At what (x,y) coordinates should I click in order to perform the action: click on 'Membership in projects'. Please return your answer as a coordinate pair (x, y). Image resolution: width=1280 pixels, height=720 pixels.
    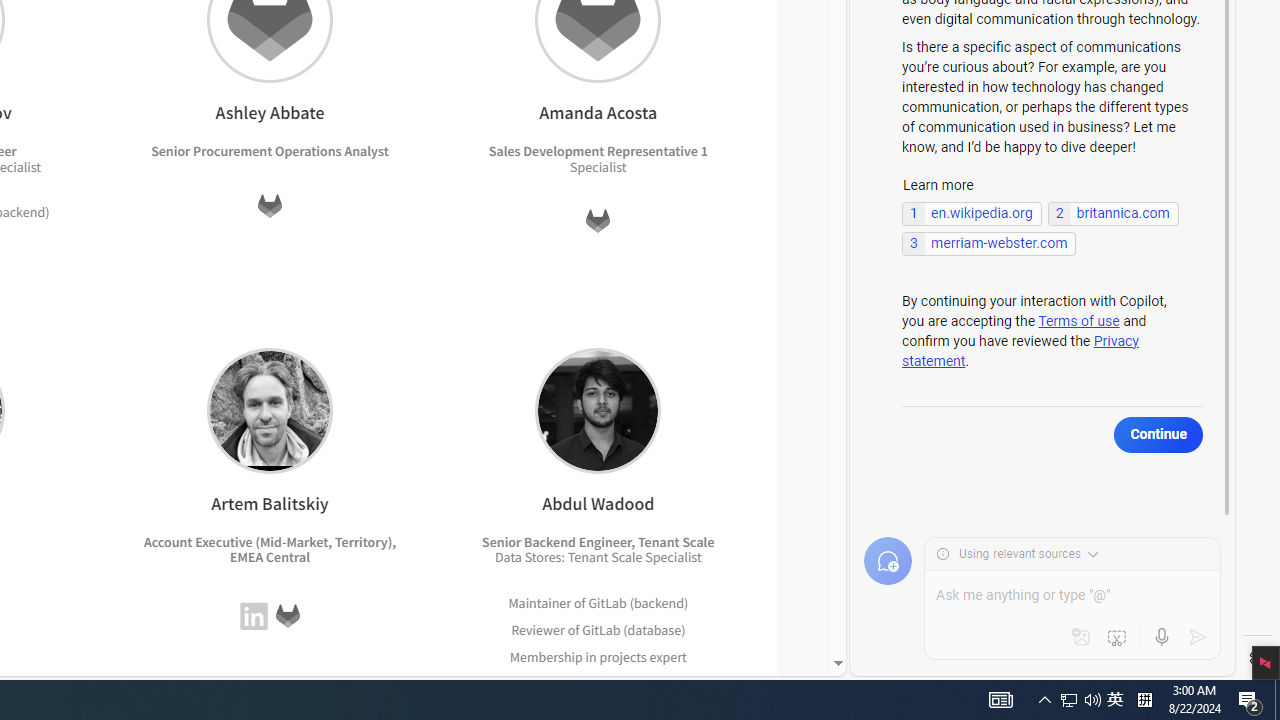
    Looking at the image, I should click on (576, 656).